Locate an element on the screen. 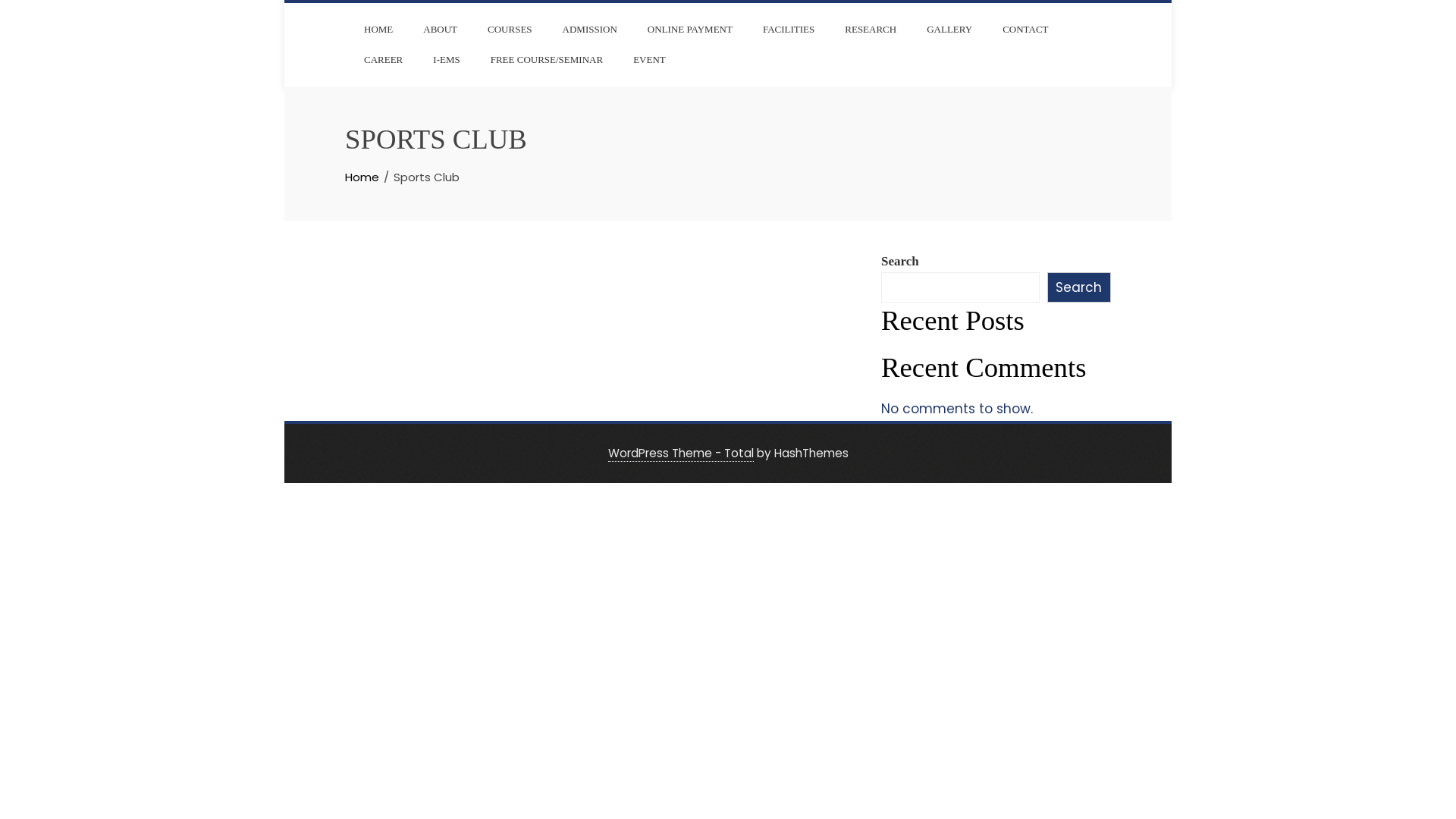  'ONLINE PAYMENT' is located at coordinates (689, 29).